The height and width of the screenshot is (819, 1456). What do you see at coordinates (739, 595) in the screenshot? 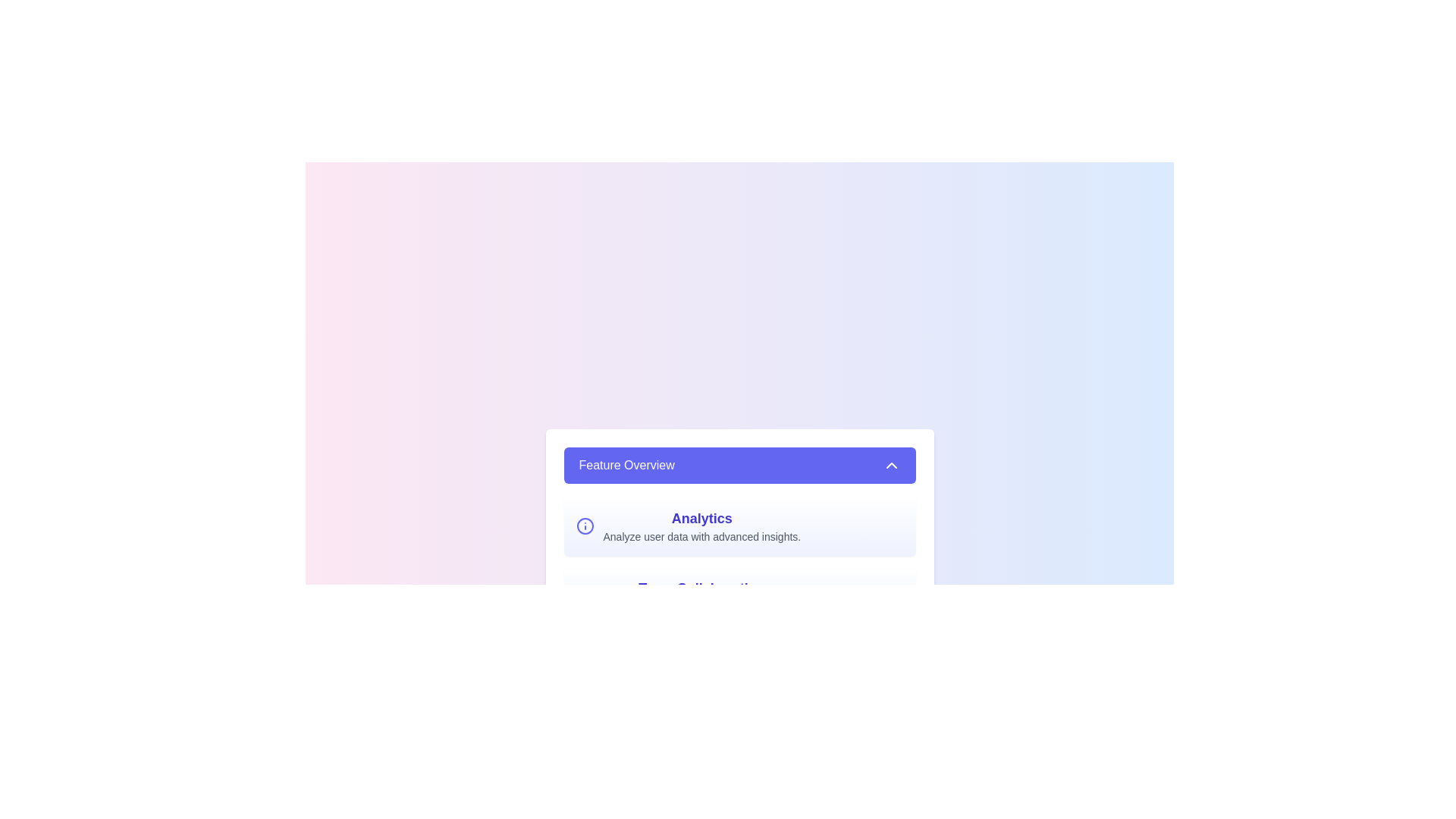
I see `properties of the 'Team Collaboration' card, which is the second item in the vertically stacked list under 'Feature Overview', by opening the developer tools` at bounding box center [739, 595].